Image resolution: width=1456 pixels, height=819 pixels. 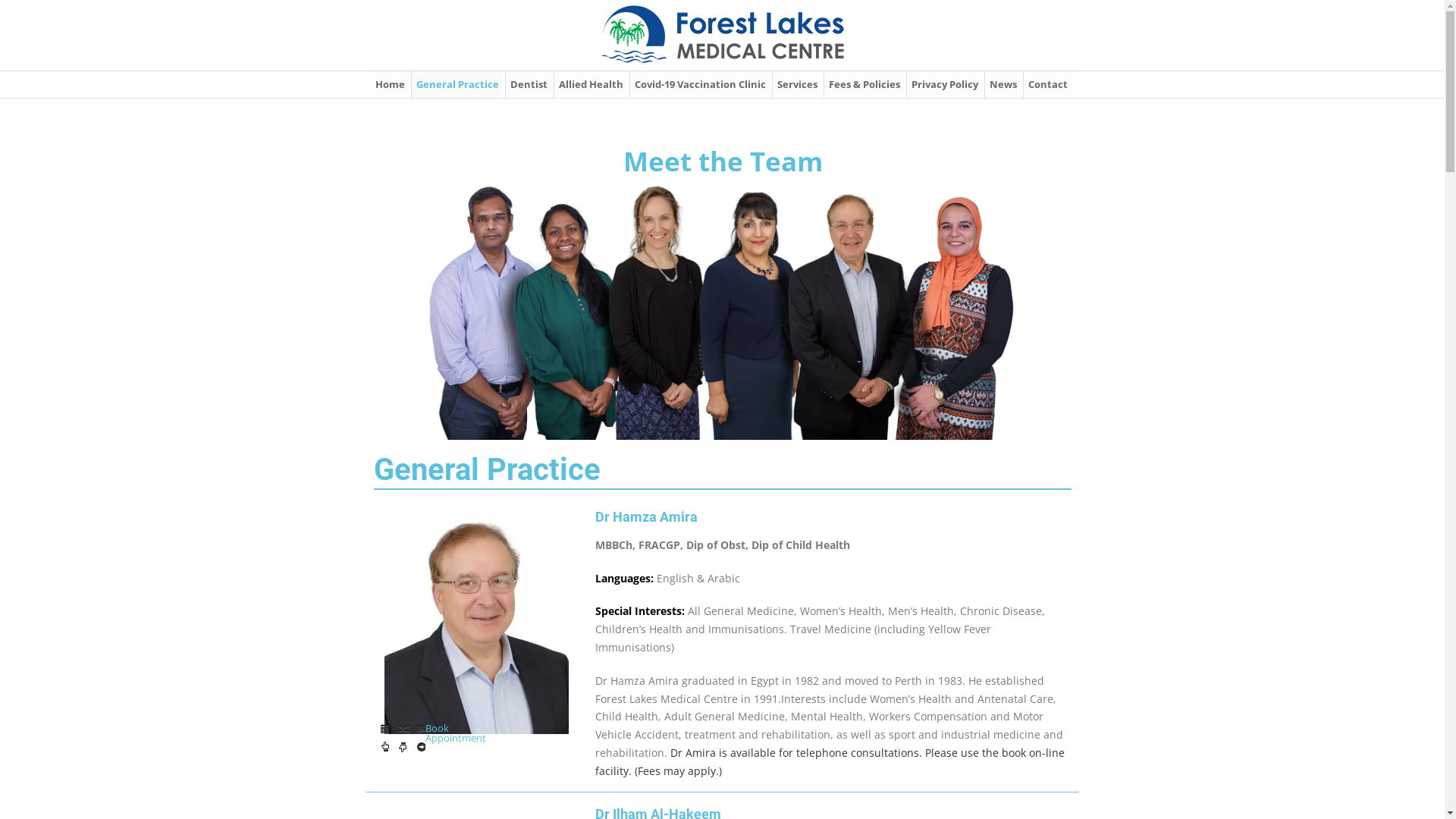 What do you see at coordinates (1002, 84) in the screenshot?
I see `'News'` at bounding box center [1002, 84].